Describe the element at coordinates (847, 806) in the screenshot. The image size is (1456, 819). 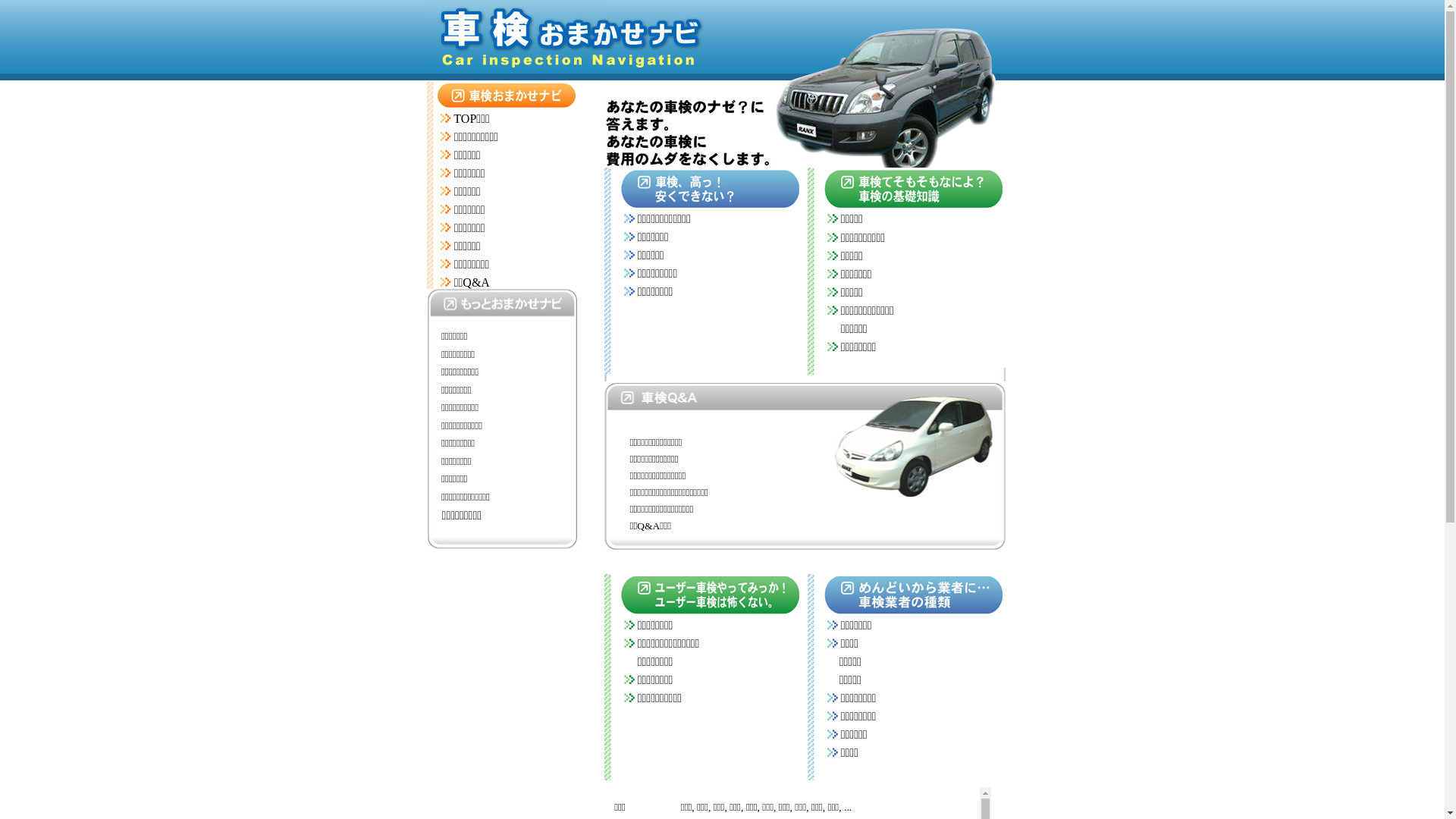
I see `'...'` at that location.